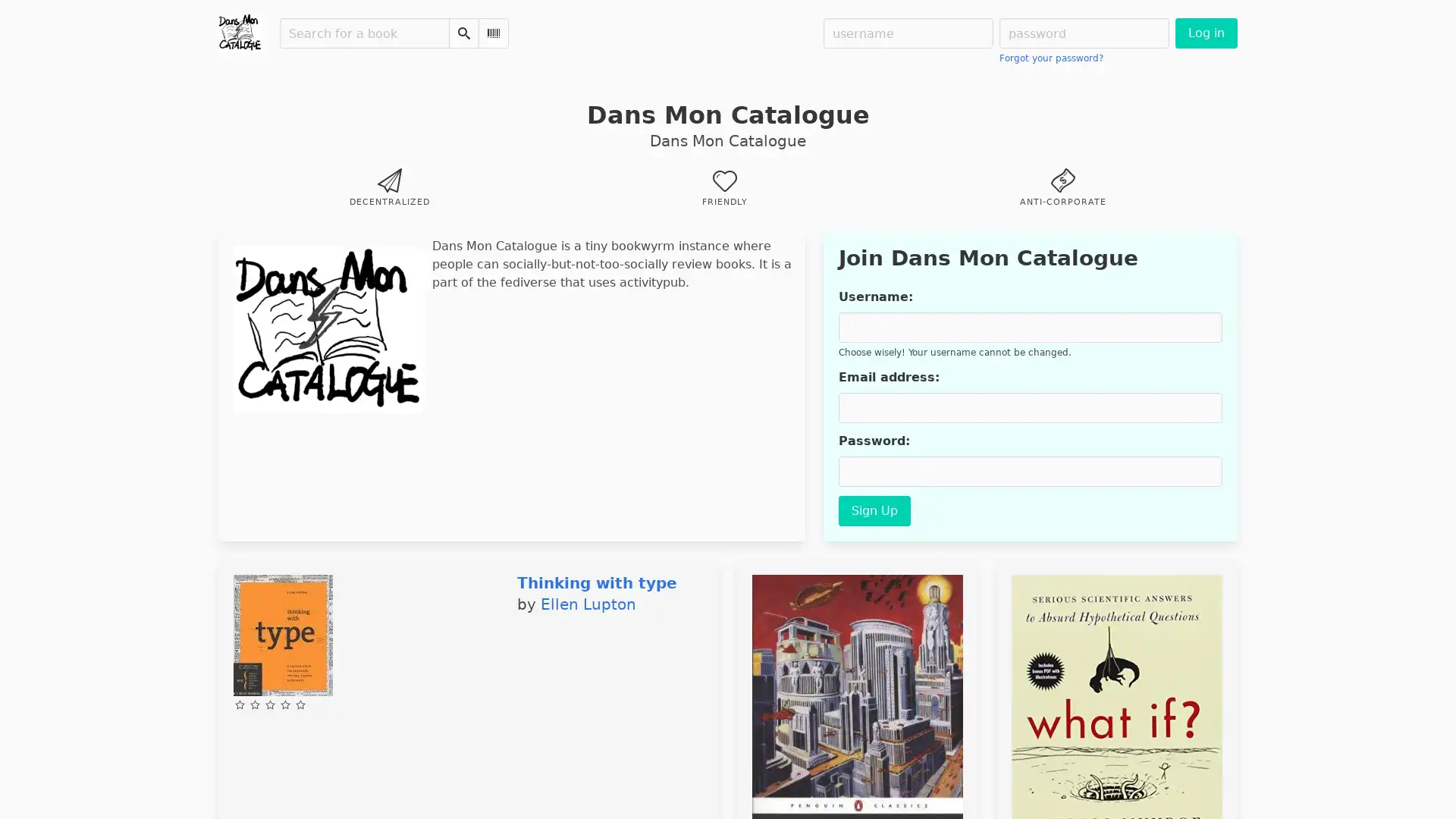  Describe the element at coordinates (874, 511) in the screenshot. I see `Sign Up` at that location.